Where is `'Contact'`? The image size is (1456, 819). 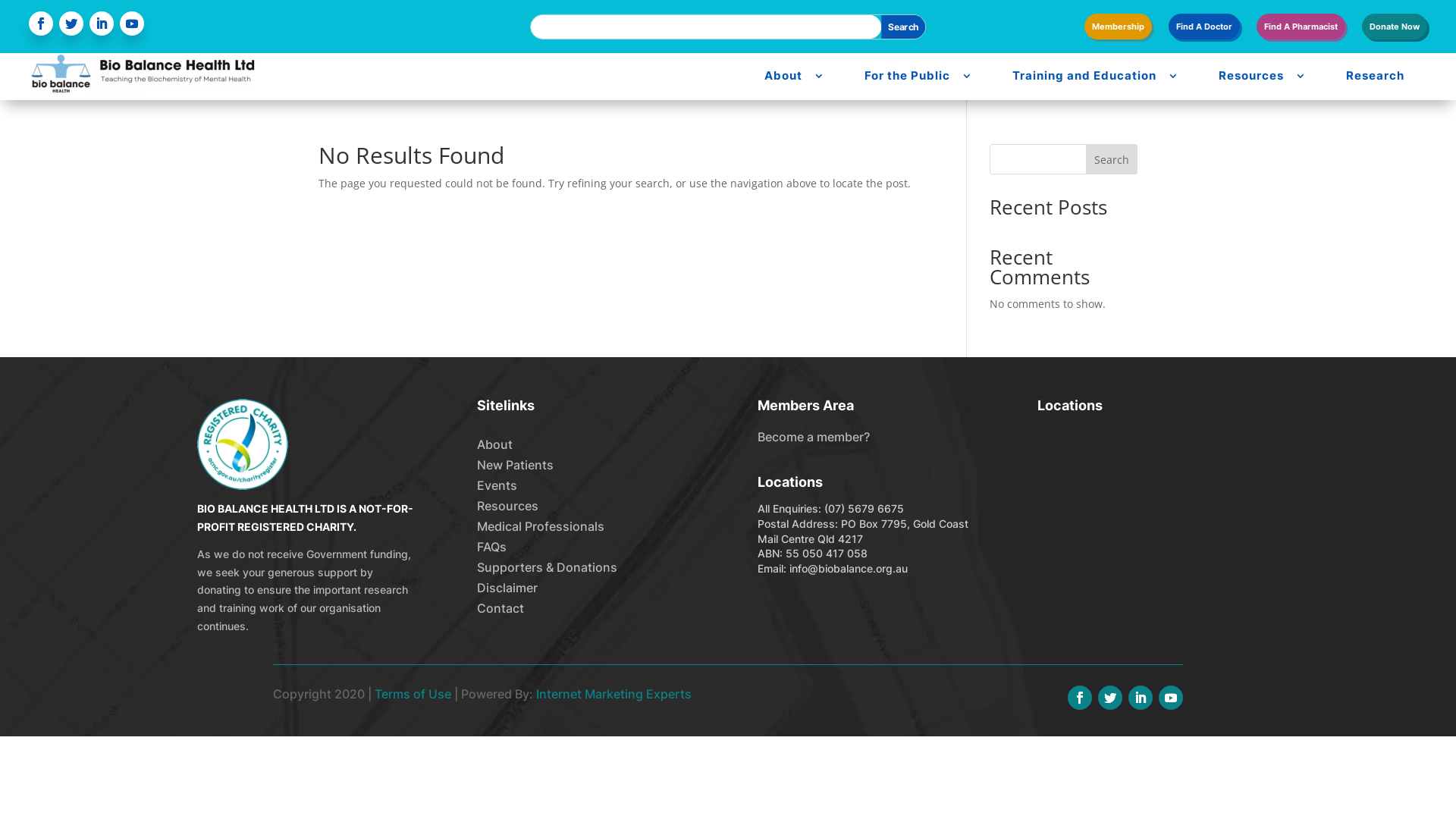 'Contact' is located at coordinates (500, 607).